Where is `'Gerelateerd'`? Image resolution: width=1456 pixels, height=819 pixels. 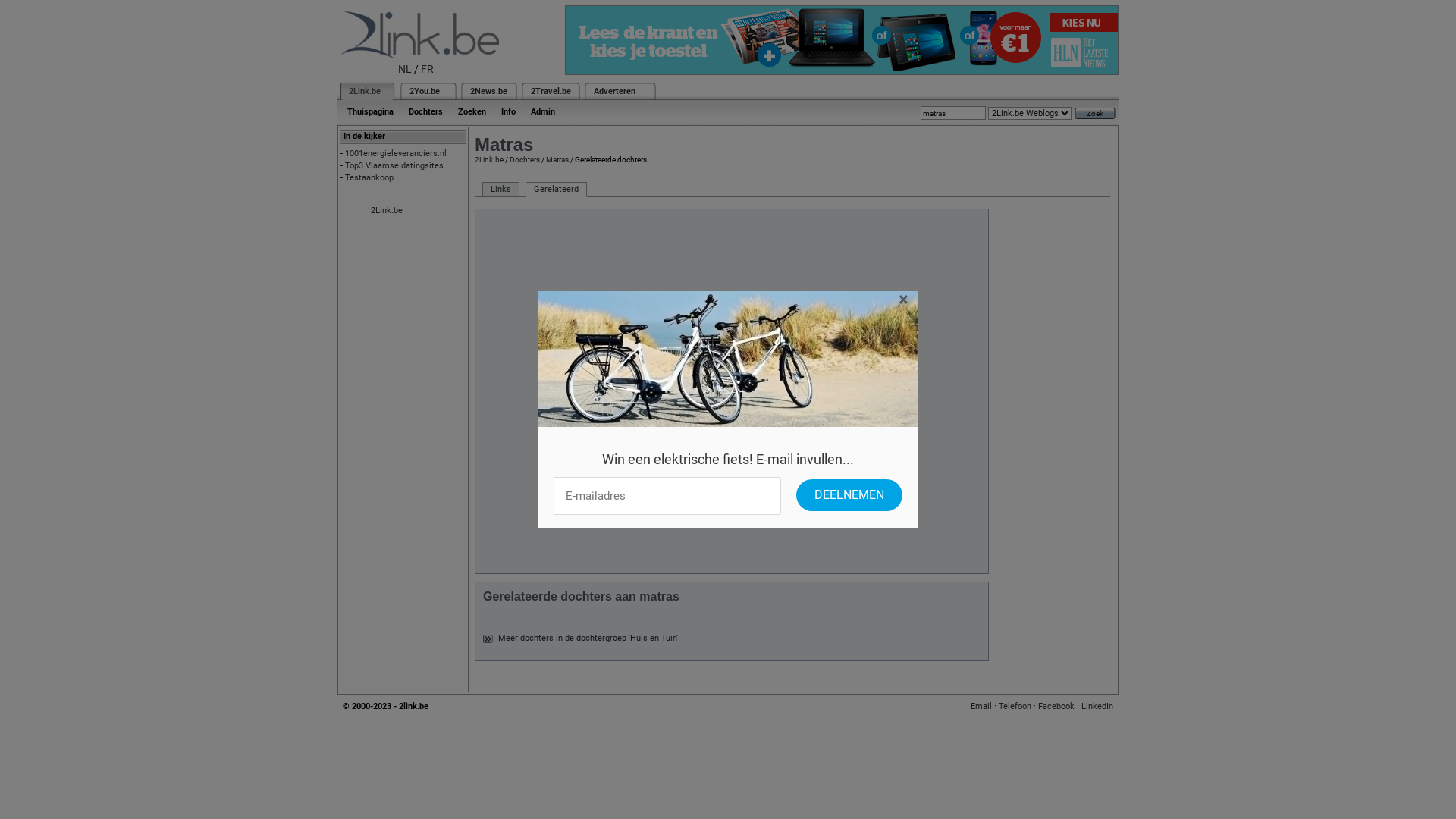 'Gerelateerd' is located at coordinates (555, 189).